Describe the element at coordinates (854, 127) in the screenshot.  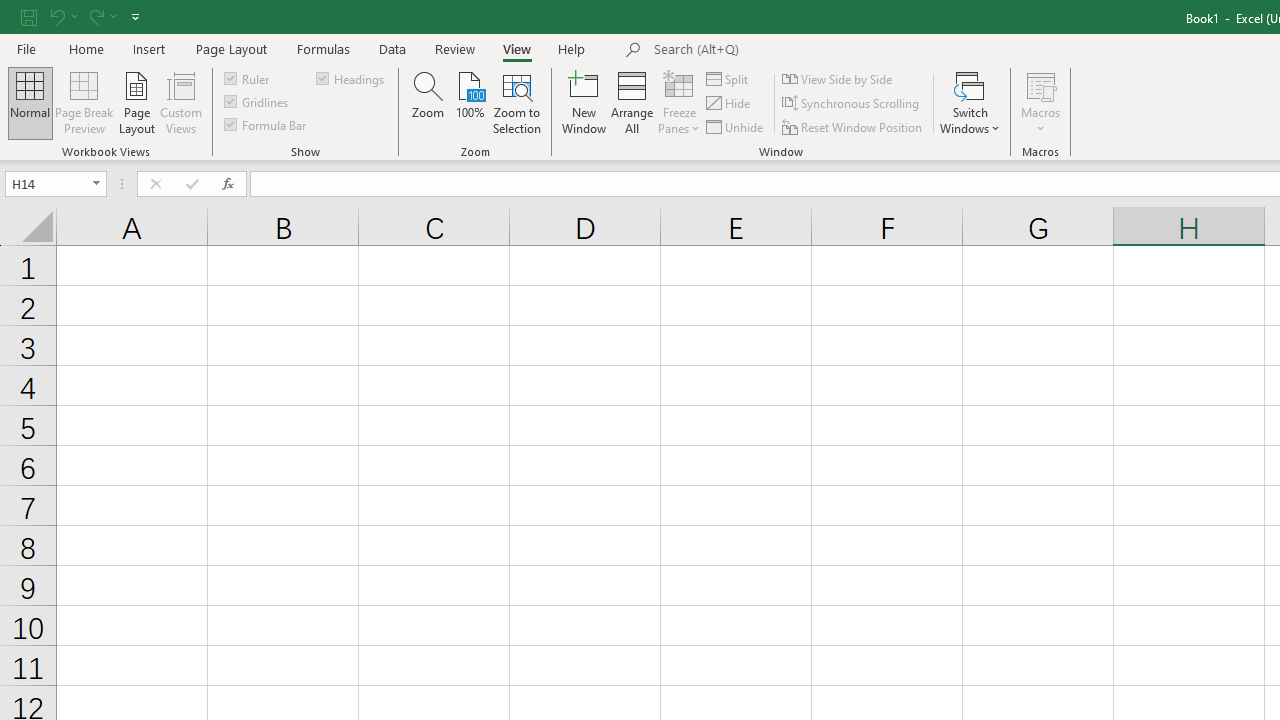
I see `'Reset Window Position'` at that location.